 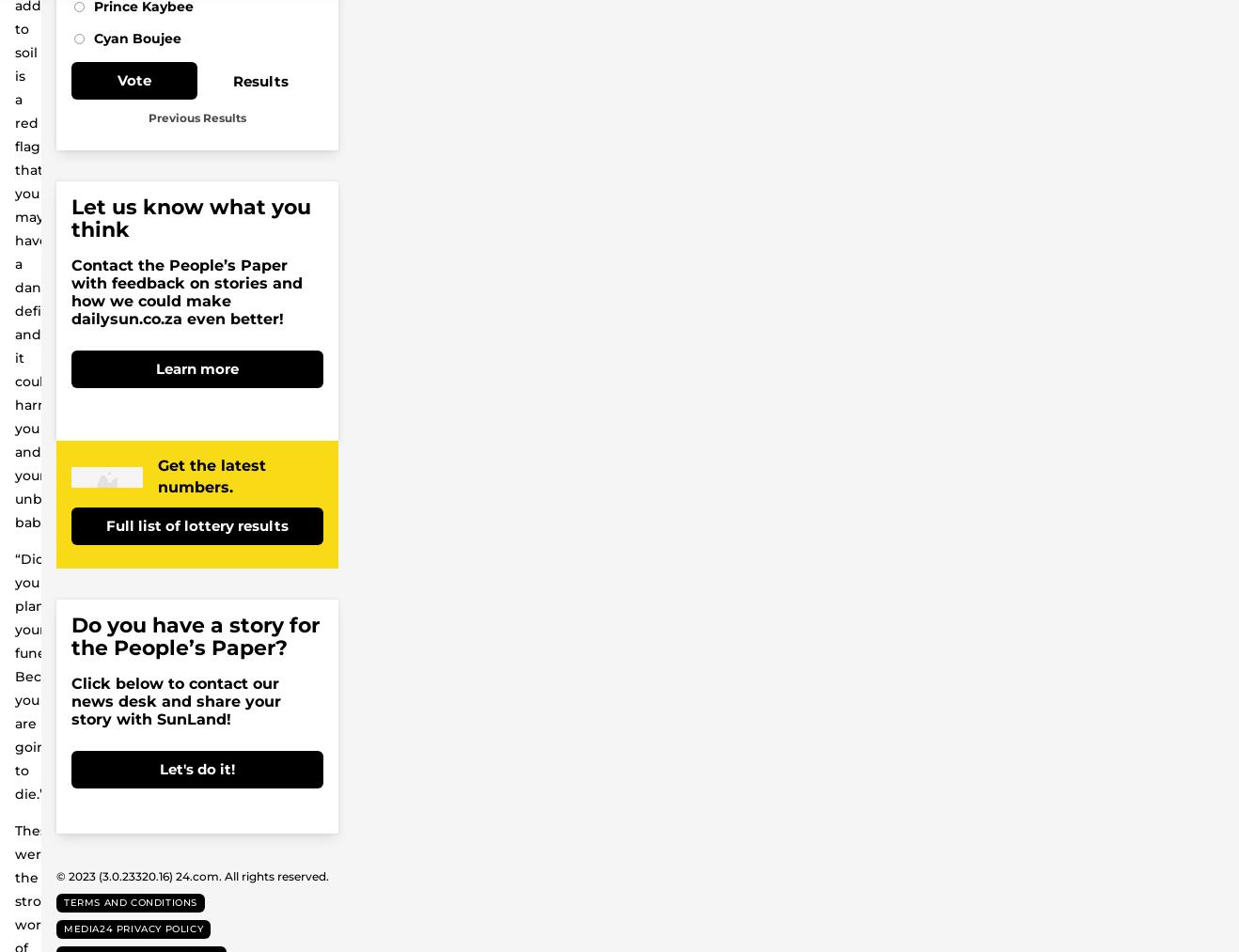 What do you see at coordinates (259, 79) in the screenshot?
I see `'Results'` at bounding box center [259, 79].